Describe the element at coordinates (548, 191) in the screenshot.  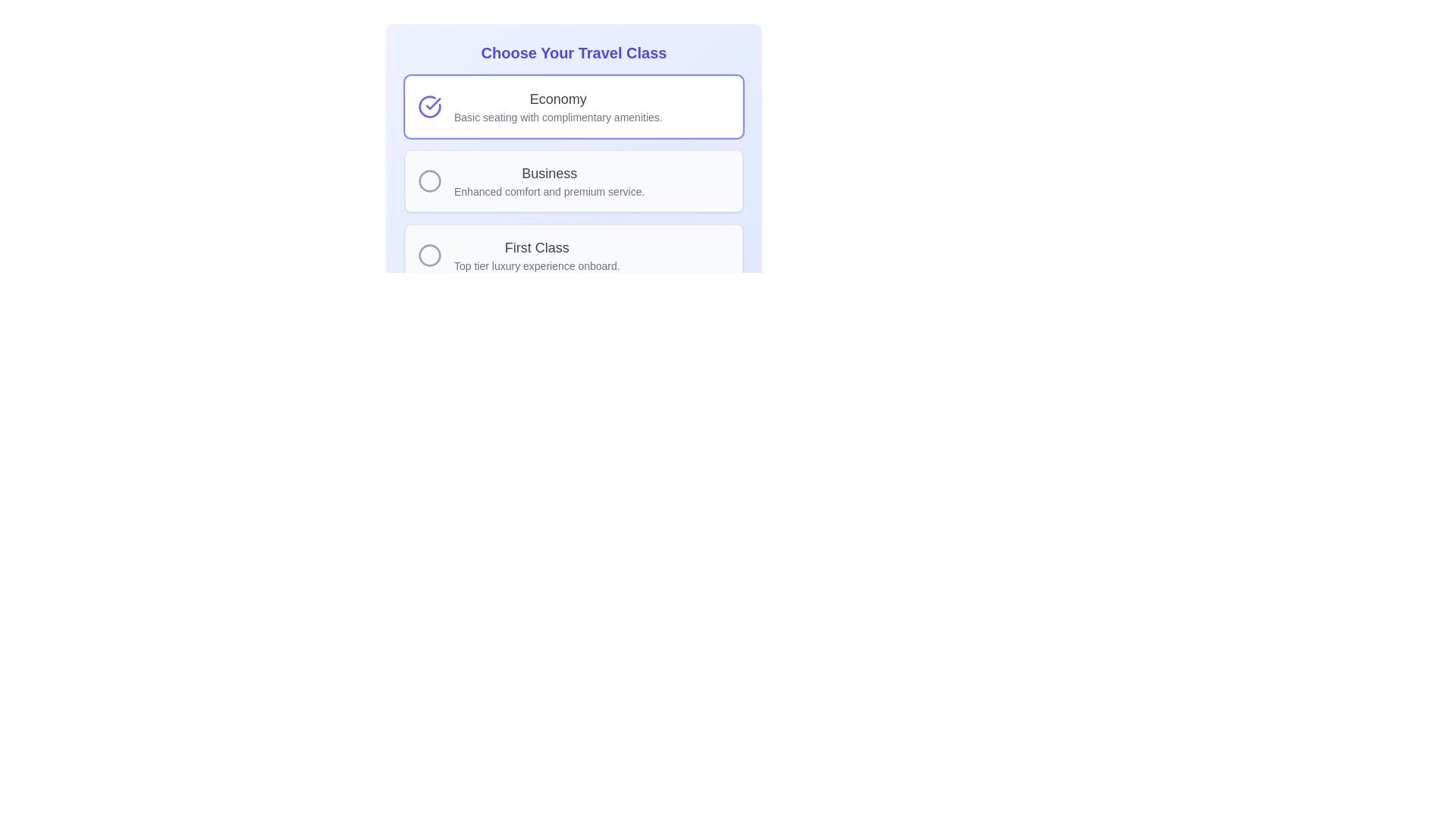
I see `the text label that provides detailed information about the benefits associated with the 'Business' option in the selection menu, positioned directly below the 'Business' heading` at that location.